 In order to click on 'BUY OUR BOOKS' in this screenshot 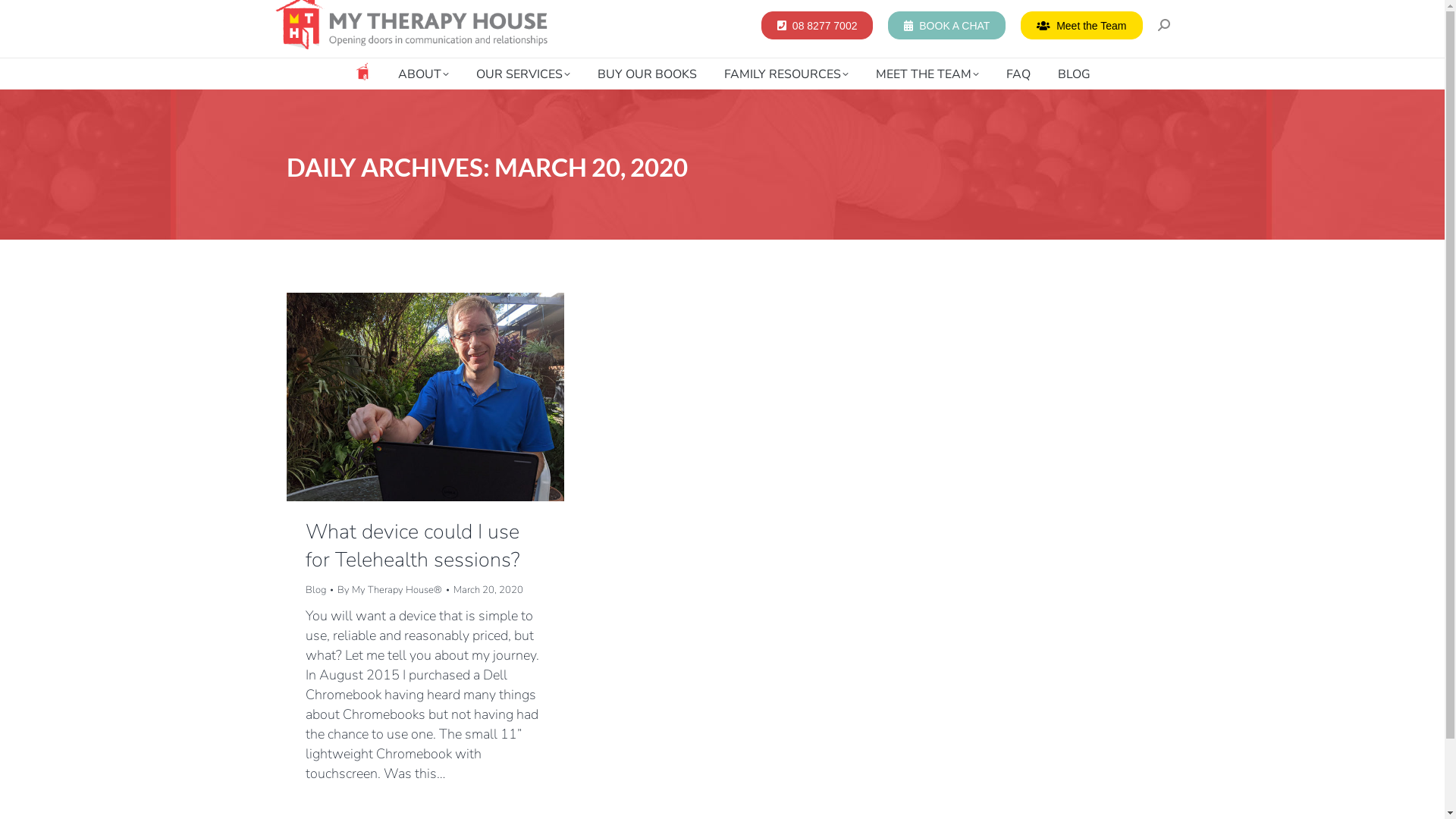, I will do `click(647, 74)`.